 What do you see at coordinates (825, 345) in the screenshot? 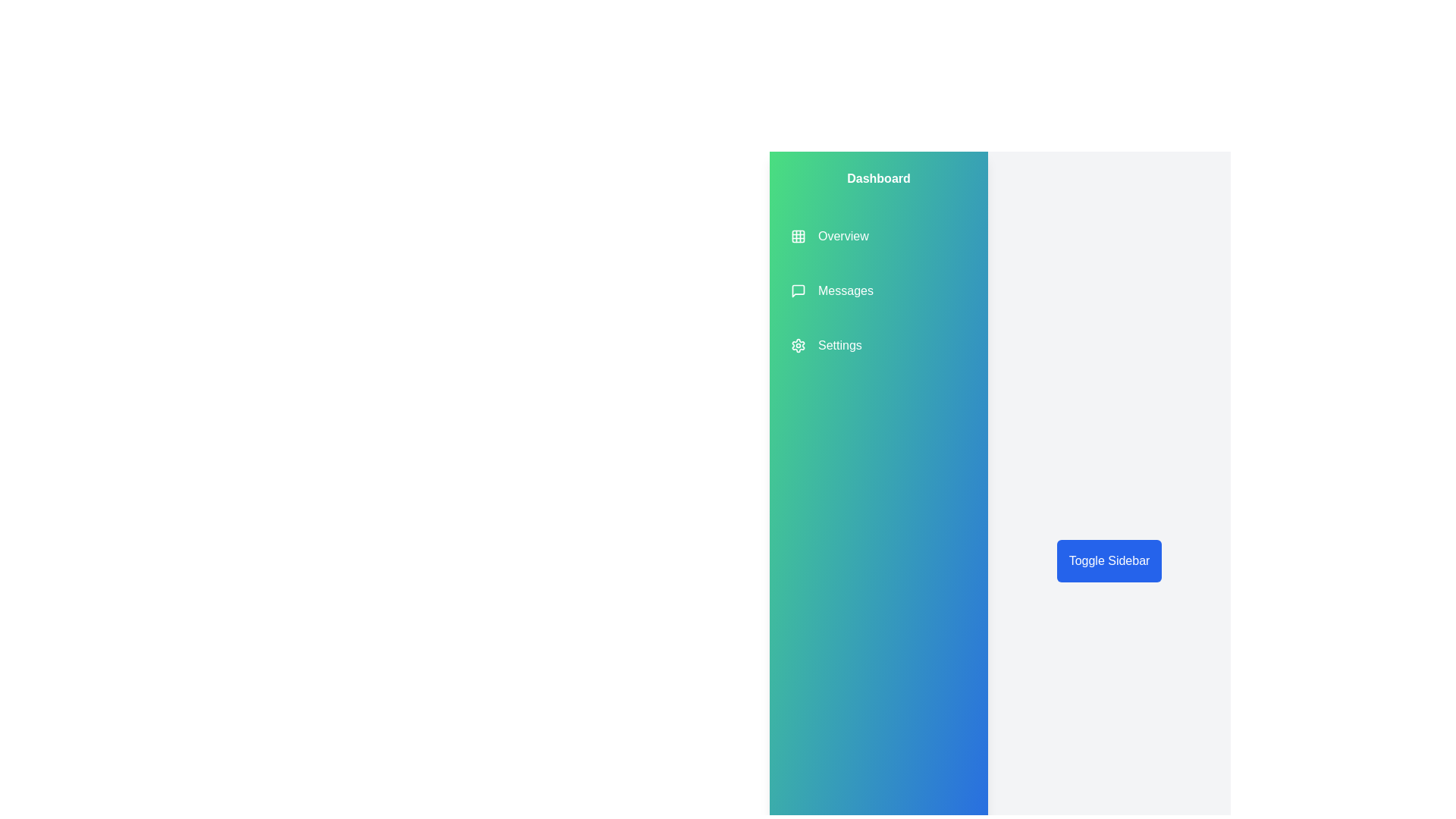
I see `the 'Settings' button in the sidebar menu` at bounding box center [825, 345].